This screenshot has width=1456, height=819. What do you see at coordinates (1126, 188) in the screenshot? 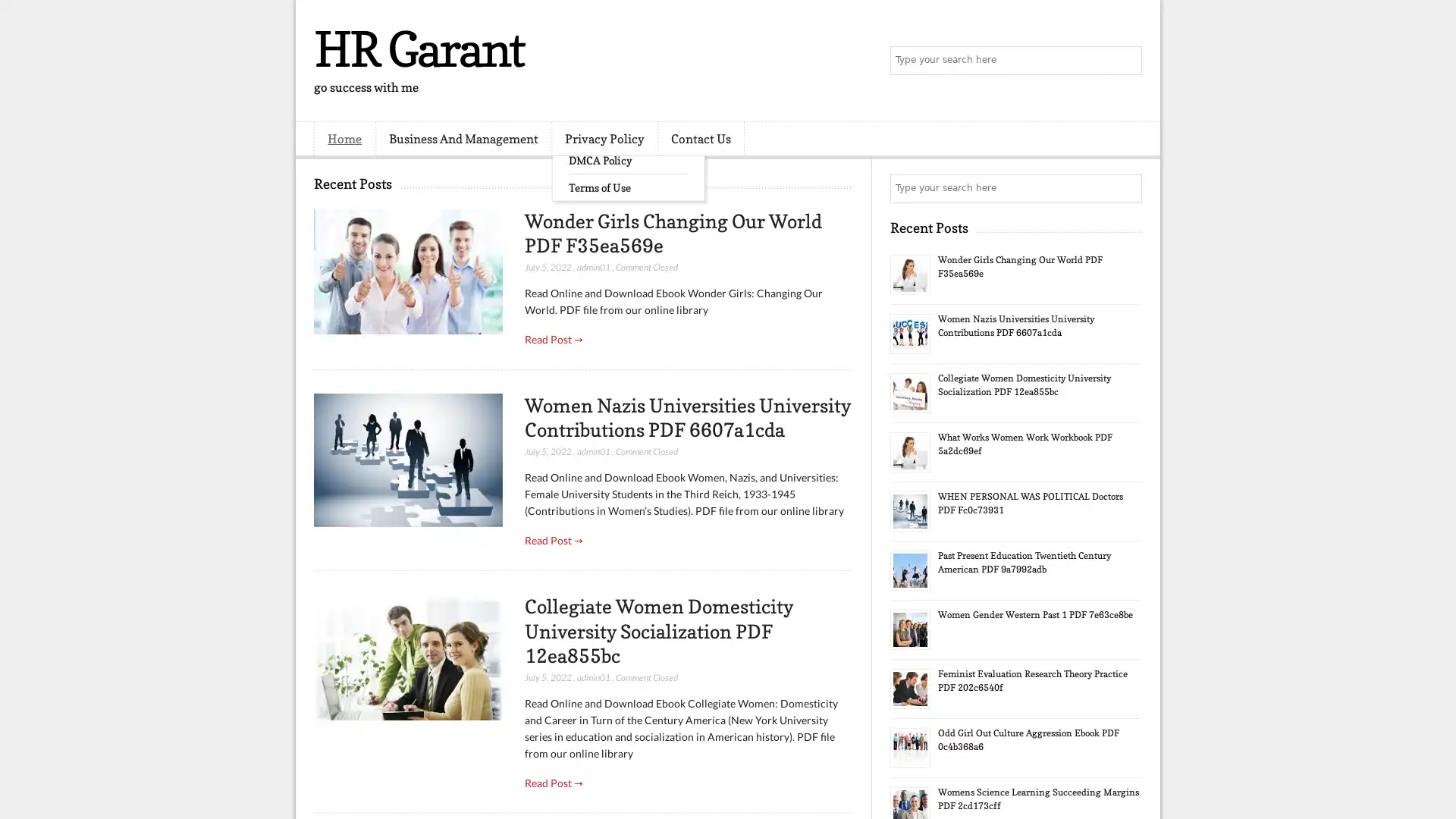
I see `Search` at bounding box center [1126, 188].